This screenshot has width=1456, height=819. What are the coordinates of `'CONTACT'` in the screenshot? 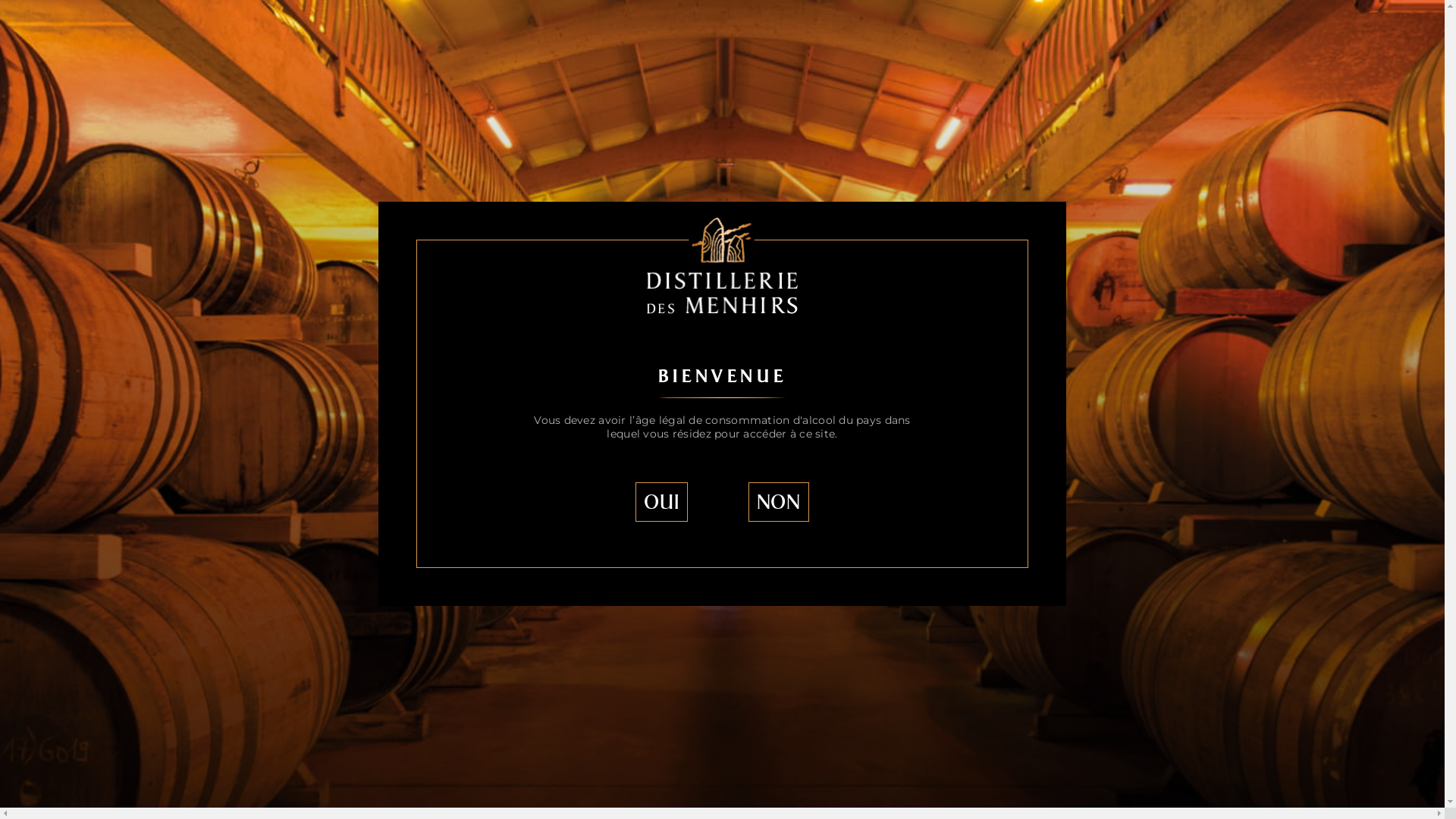 It's located at (1035, 34).